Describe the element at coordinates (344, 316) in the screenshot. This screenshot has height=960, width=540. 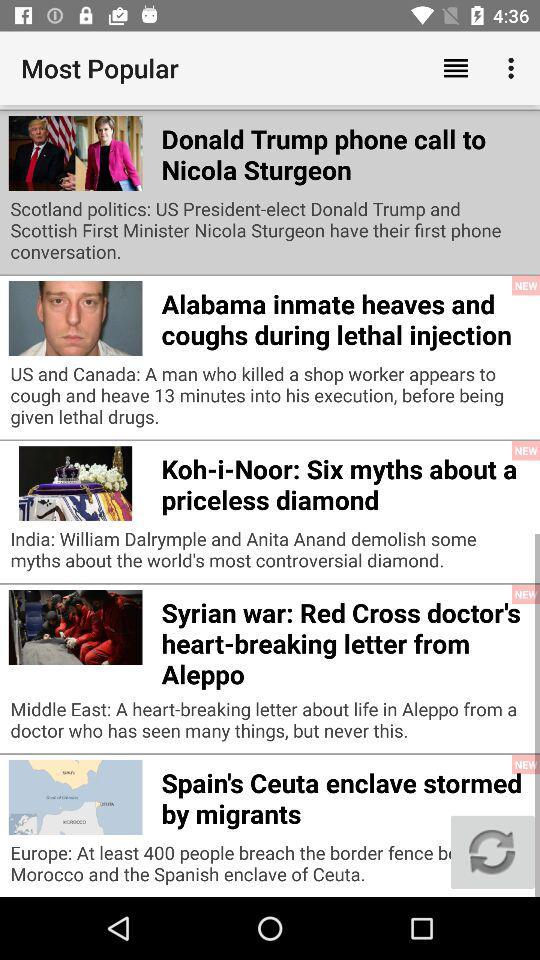
I see `app above us and canada item` at that location.